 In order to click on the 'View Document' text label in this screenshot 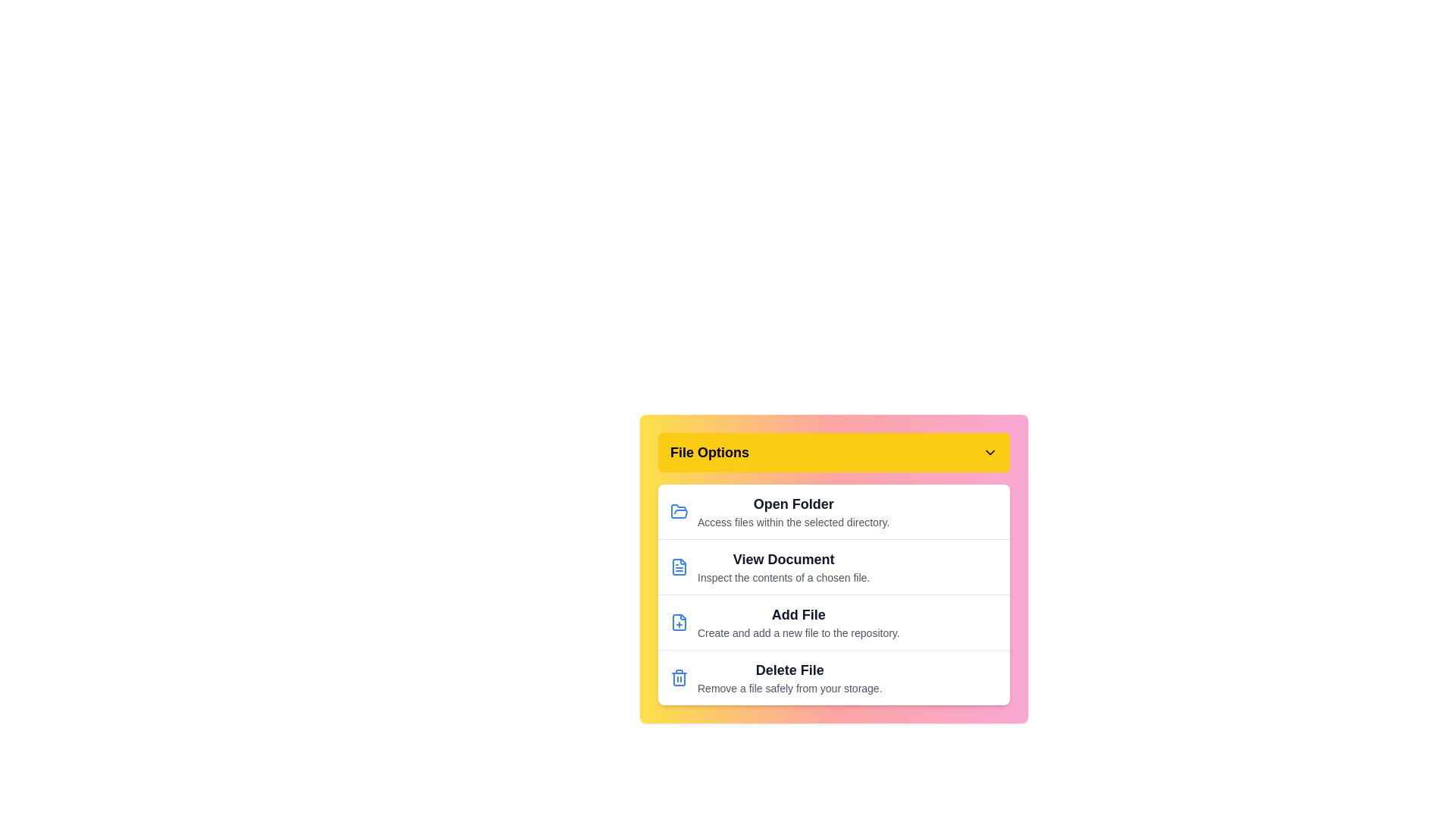, I will do `click(783, 559)`.